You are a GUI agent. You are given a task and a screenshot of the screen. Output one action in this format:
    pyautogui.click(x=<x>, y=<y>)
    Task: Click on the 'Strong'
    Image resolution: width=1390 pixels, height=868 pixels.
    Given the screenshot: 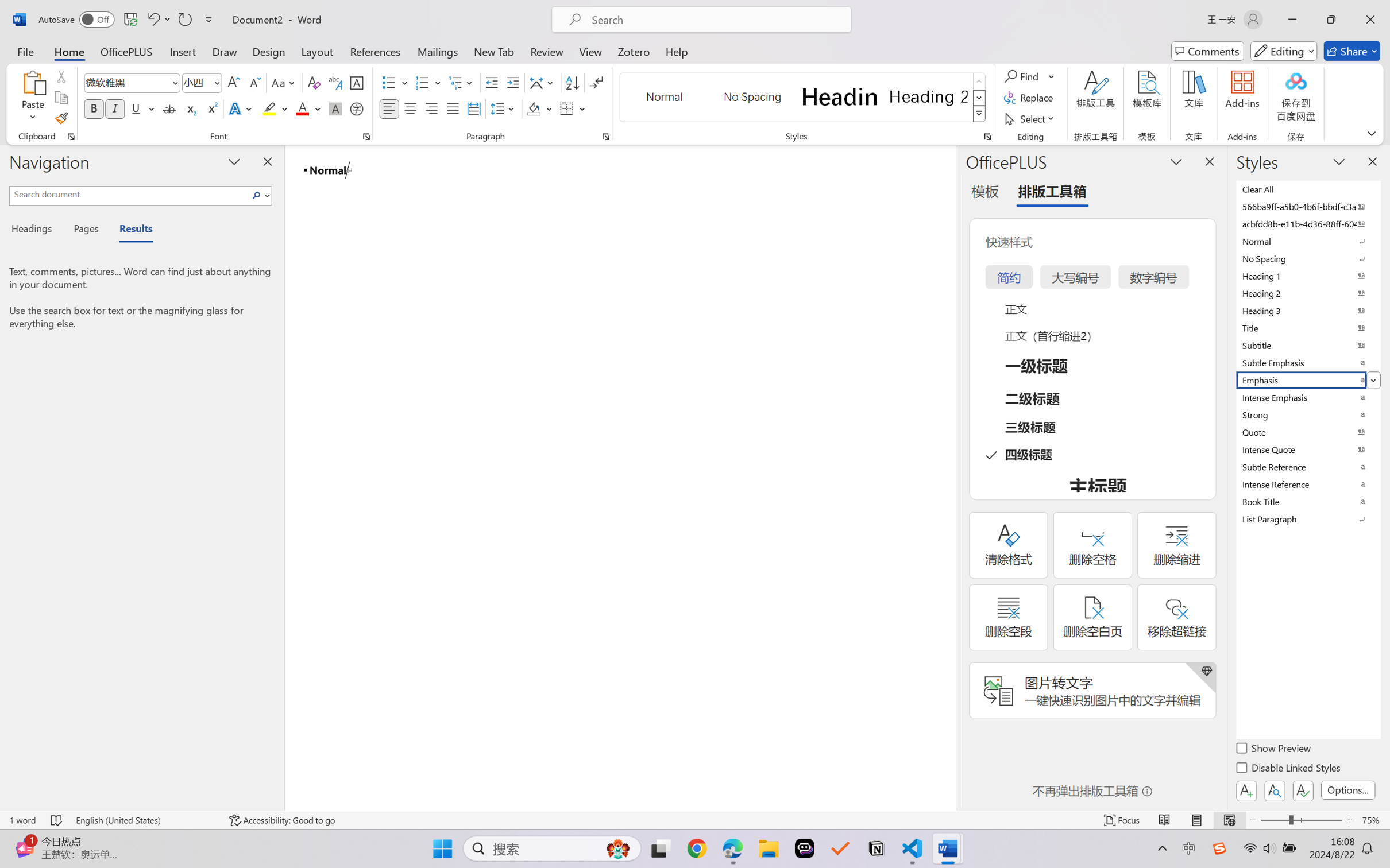 What is the action you would take?
    pyautogui.click(x=1307, y=414)
    